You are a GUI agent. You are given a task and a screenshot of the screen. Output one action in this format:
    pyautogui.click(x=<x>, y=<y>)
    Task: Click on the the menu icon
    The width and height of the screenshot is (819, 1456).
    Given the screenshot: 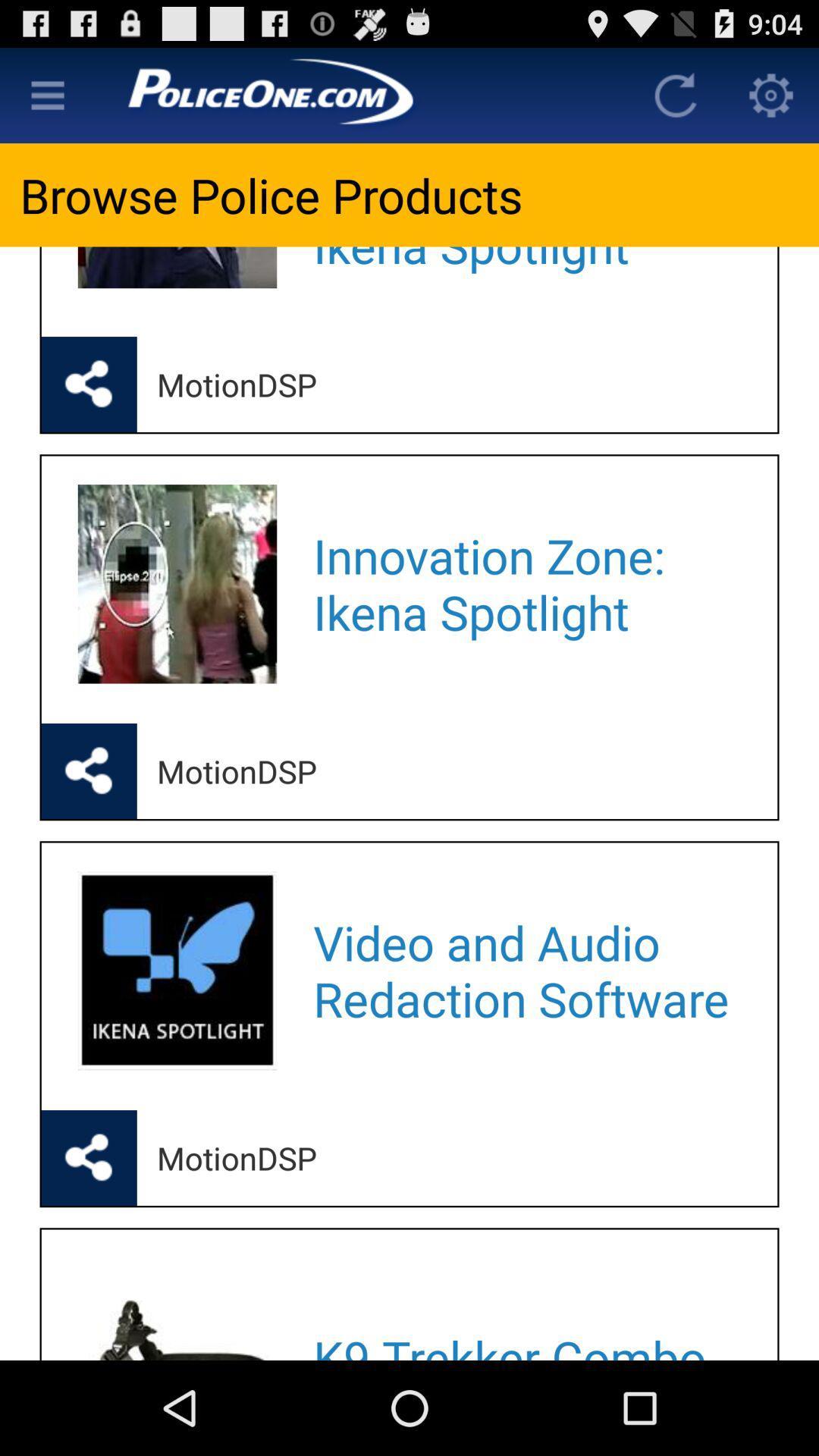 What is the action you would take?
    pyautogui.click(x=46, y=101)
    